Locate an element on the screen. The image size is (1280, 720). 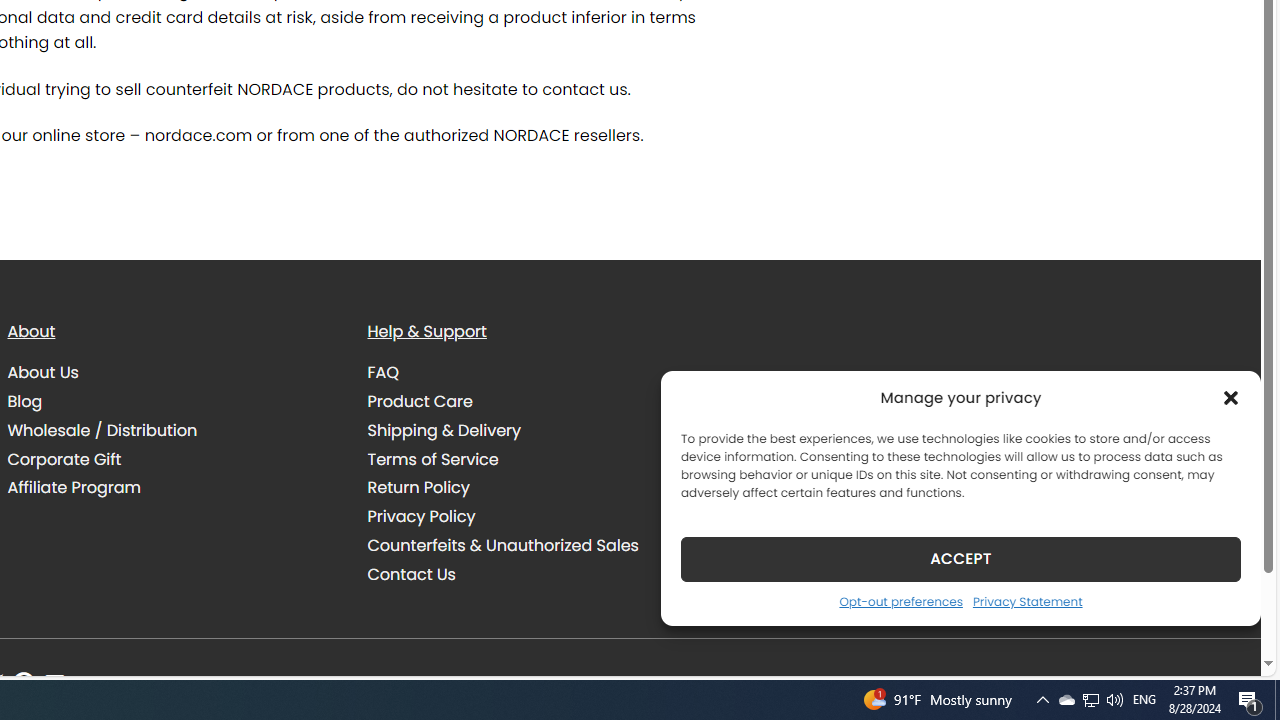
'Terms of Service' is located at coordinates (432, 458).